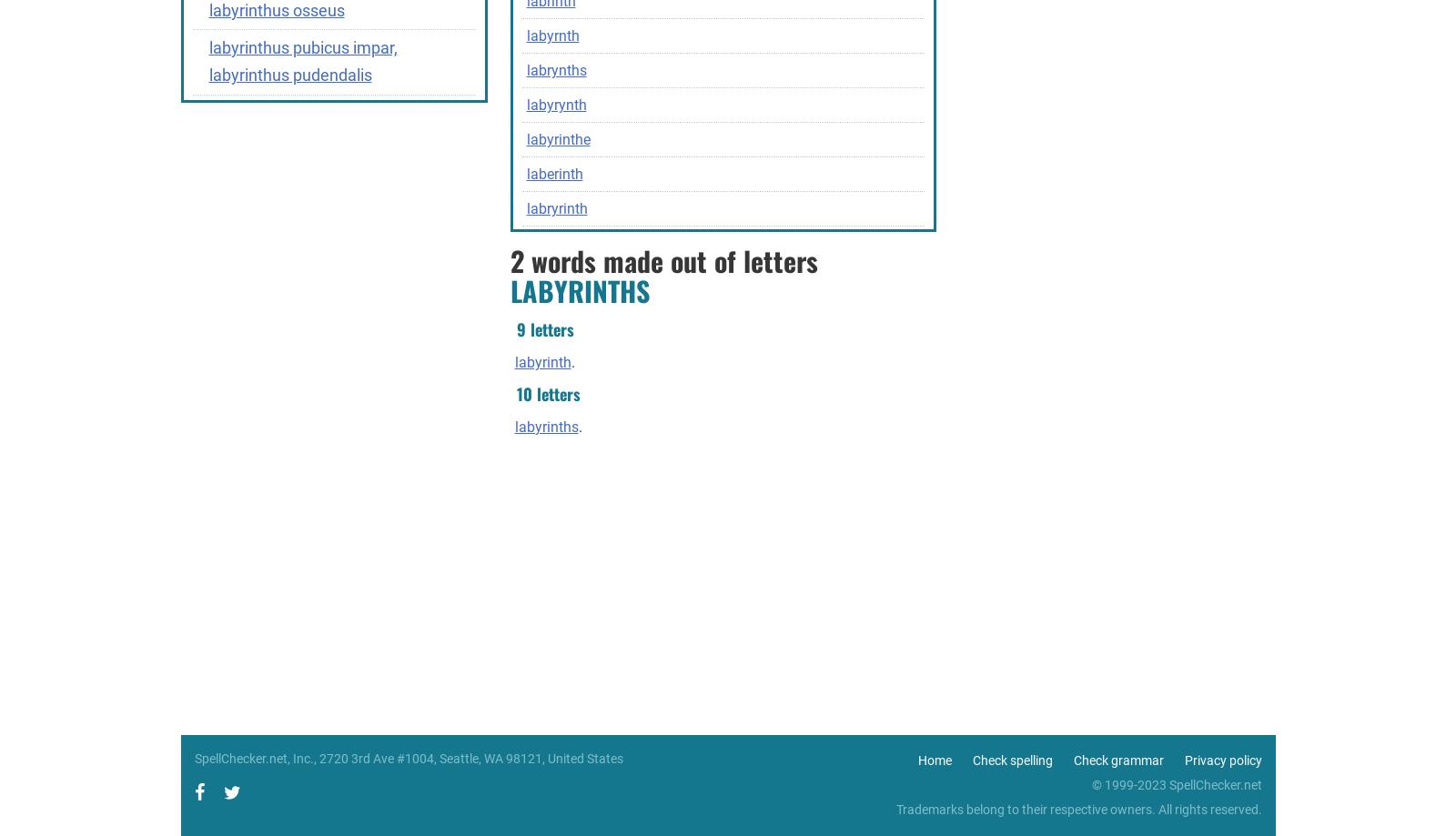 Image resolution: width=1456 pixels, height=836 pixels. What do you see at coordinates (917, 759) in the screenshot?
I see `'Home'` at bounding box center [917, 759].